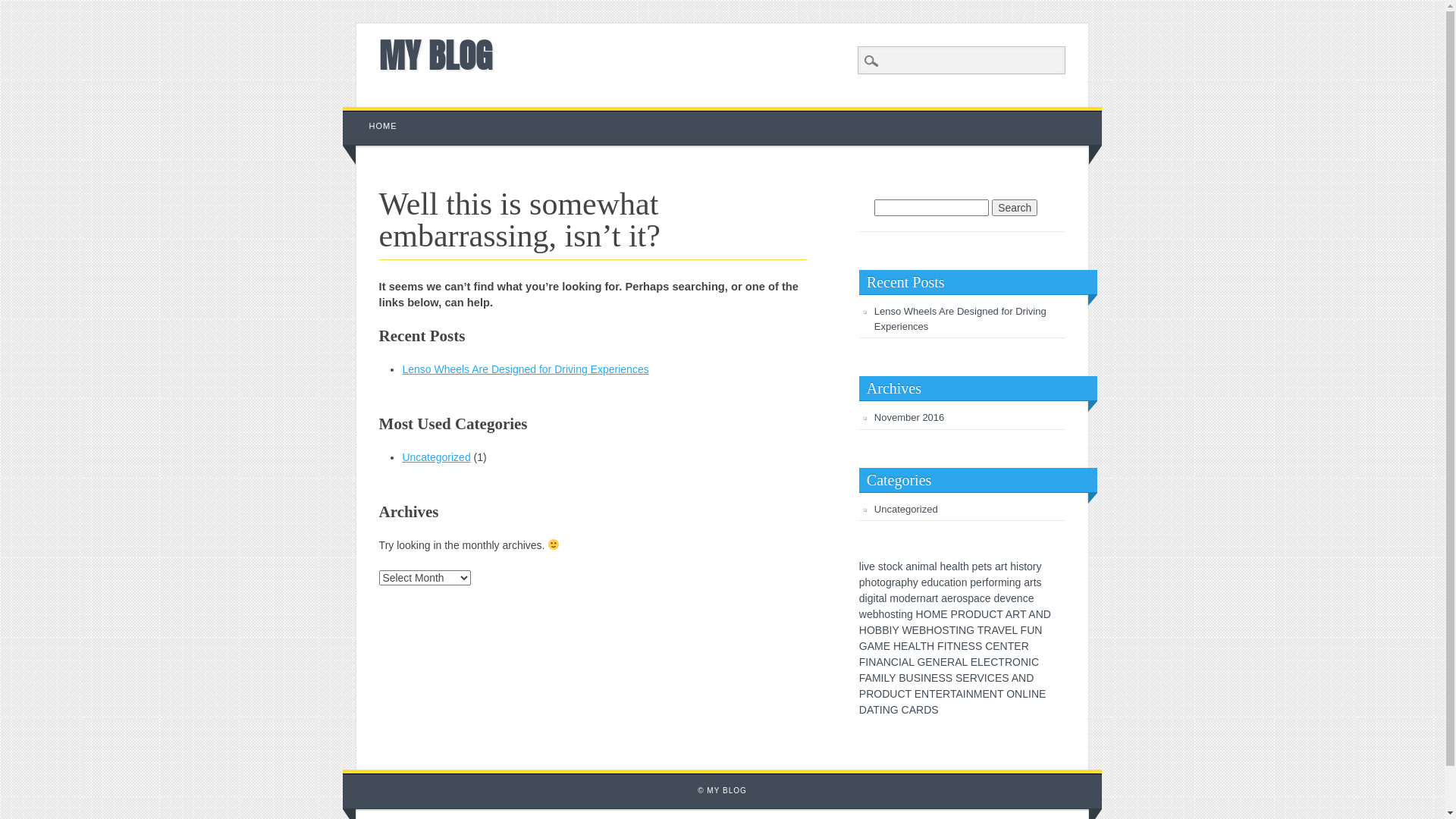  Describe the element at coordinates (939, 661) in the screenshot. I see `'E'` at that location.